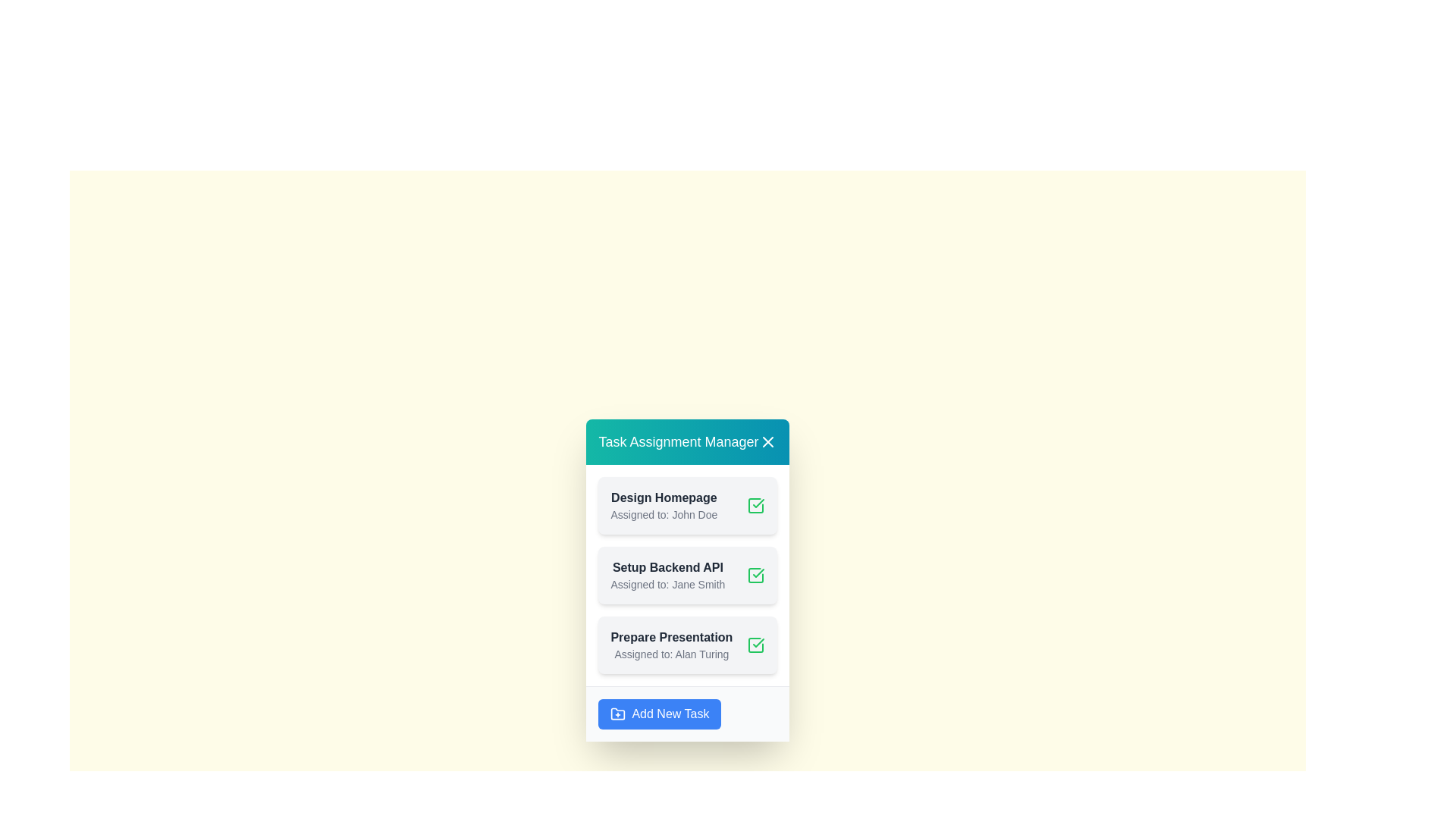 Image resolution: width=1456 pixels, height=819 pixels. Describe the element at coordinates (755, 505) in the screenshot. I see `the checkmark icon for the task 'Design Homepage' to mark it as completed` at that location.